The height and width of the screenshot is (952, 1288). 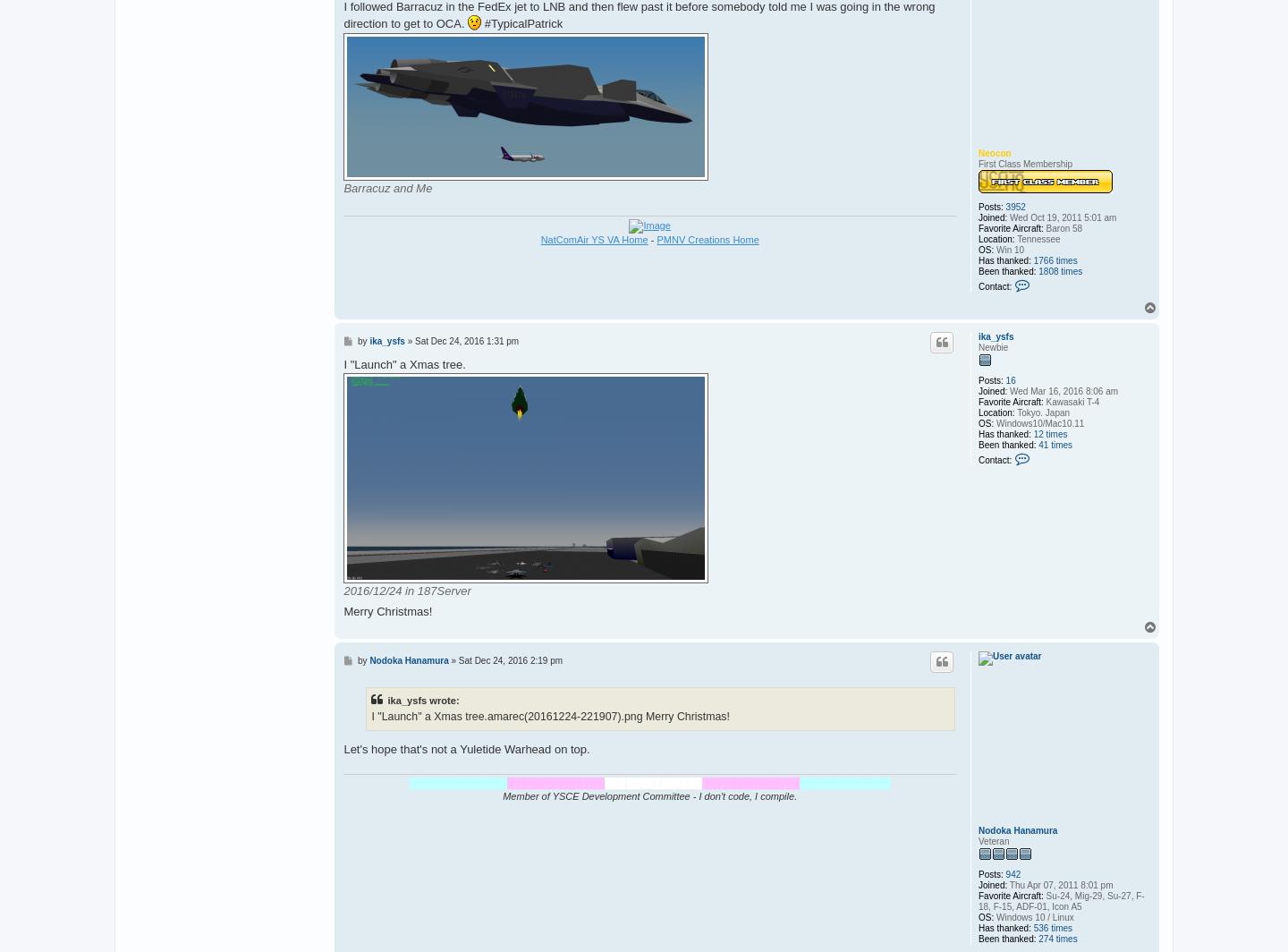 What do you see at coordinates (650, 238) in the screenshot?
I see `'-'` at bounding box center [650, 238].